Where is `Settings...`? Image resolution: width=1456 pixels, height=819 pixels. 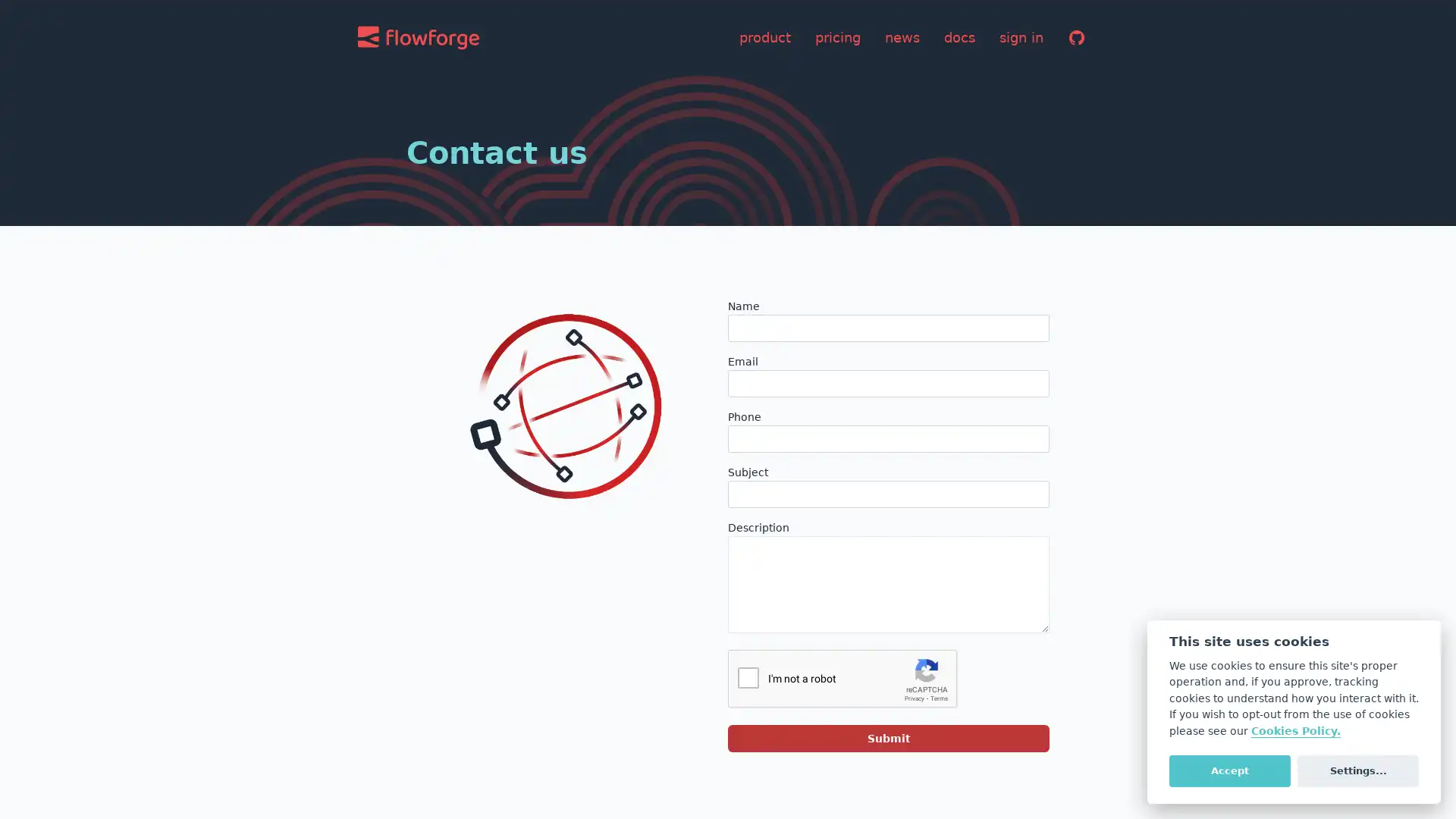
Settings... is located at coordinates (1357, 770).